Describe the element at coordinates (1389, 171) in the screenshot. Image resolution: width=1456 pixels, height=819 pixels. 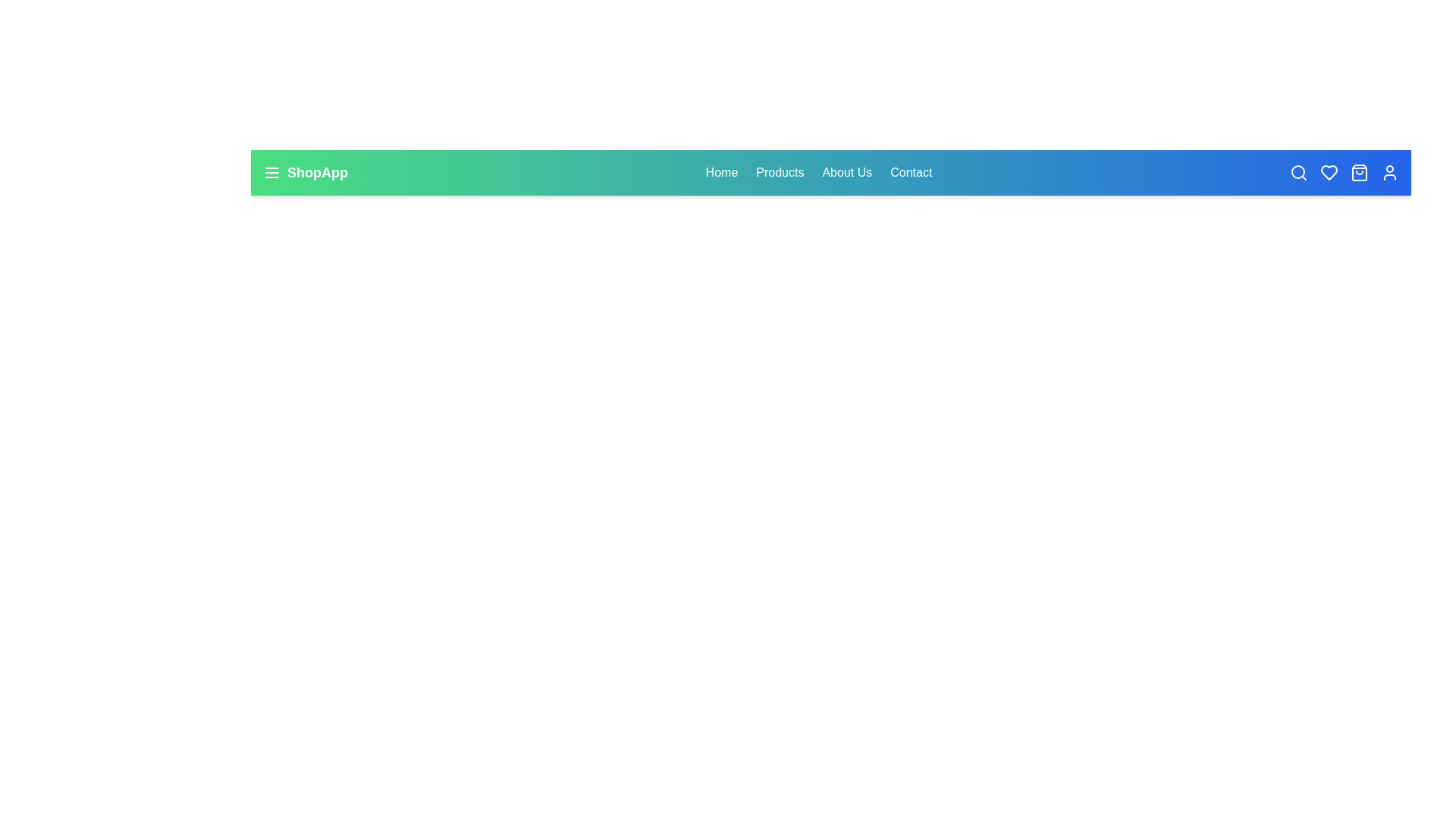
I see `the user icon in the navbar to access user account details` at that location.